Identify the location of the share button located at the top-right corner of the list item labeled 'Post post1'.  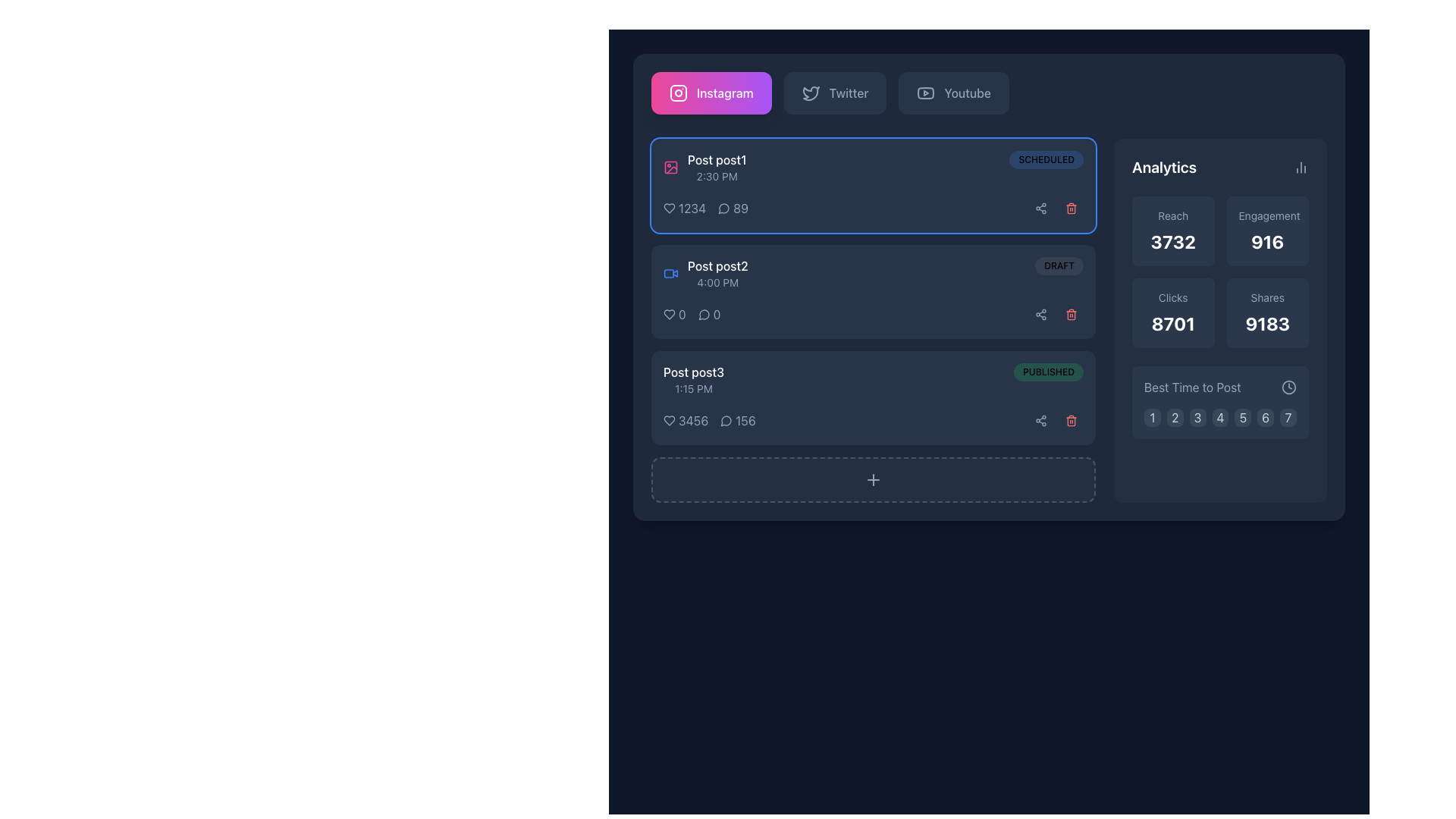
(1040, 208).